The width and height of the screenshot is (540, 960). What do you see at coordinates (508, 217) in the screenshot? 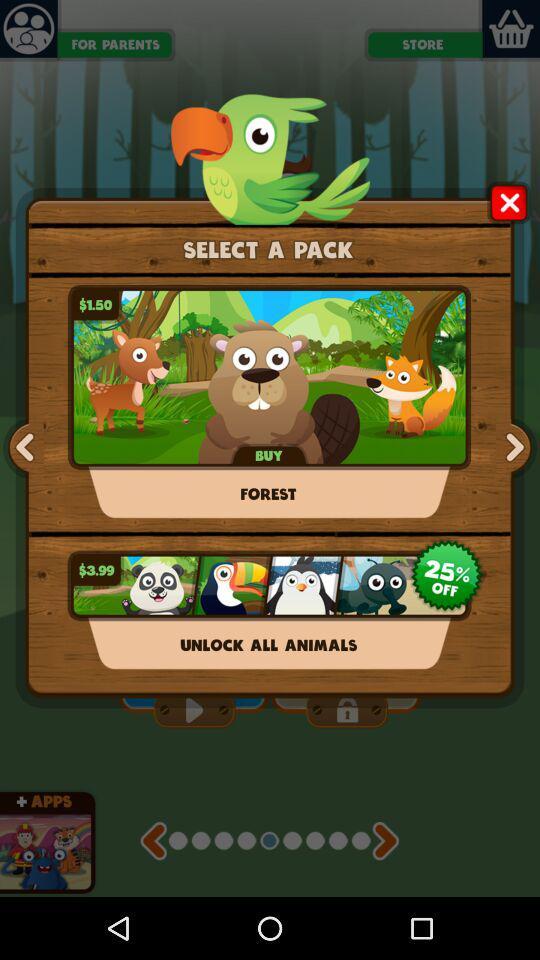
I see `the close icon` at bounding box center [508, 217].